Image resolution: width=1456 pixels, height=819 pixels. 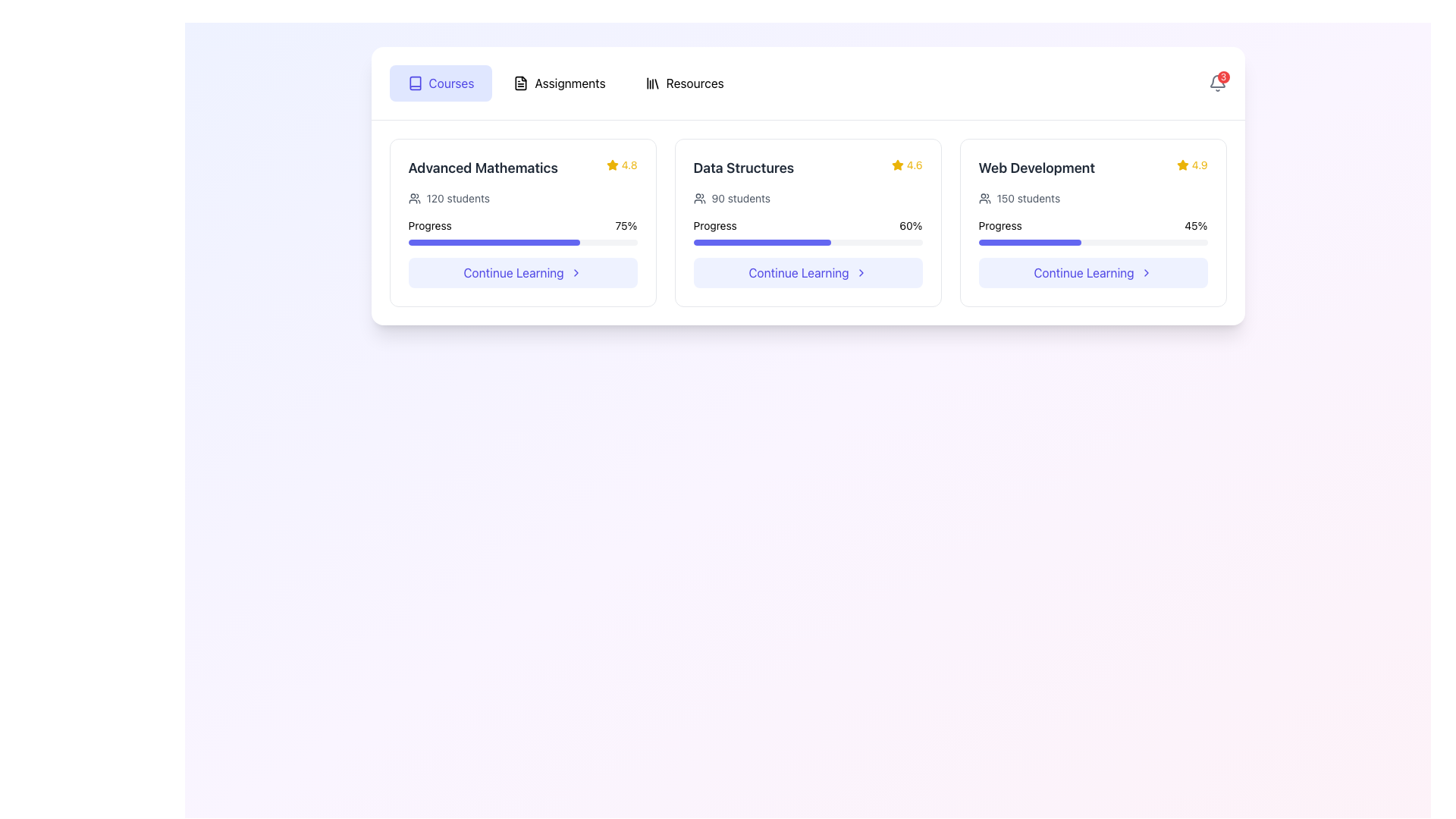 What do you see at coordinates (1181, 165) in the screenshot?
I see `the star rating icon located in the top right corner of the 'Web Development' card, which visually represents a rating of 4.9` at bounding box center [1181, 165].